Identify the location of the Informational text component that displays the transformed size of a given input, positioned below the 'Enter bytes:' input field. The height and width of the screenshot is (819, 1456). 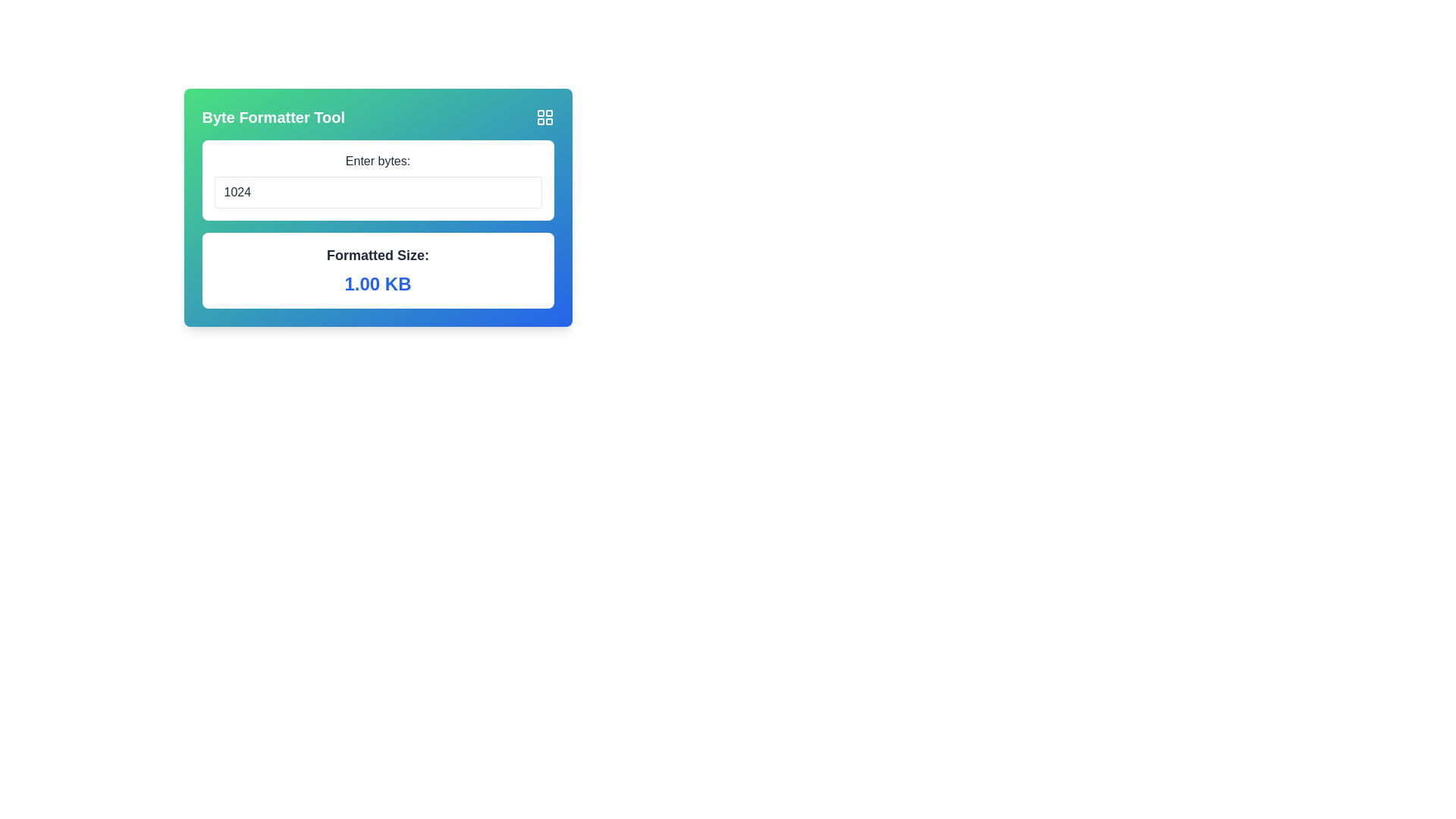
(378, 270).